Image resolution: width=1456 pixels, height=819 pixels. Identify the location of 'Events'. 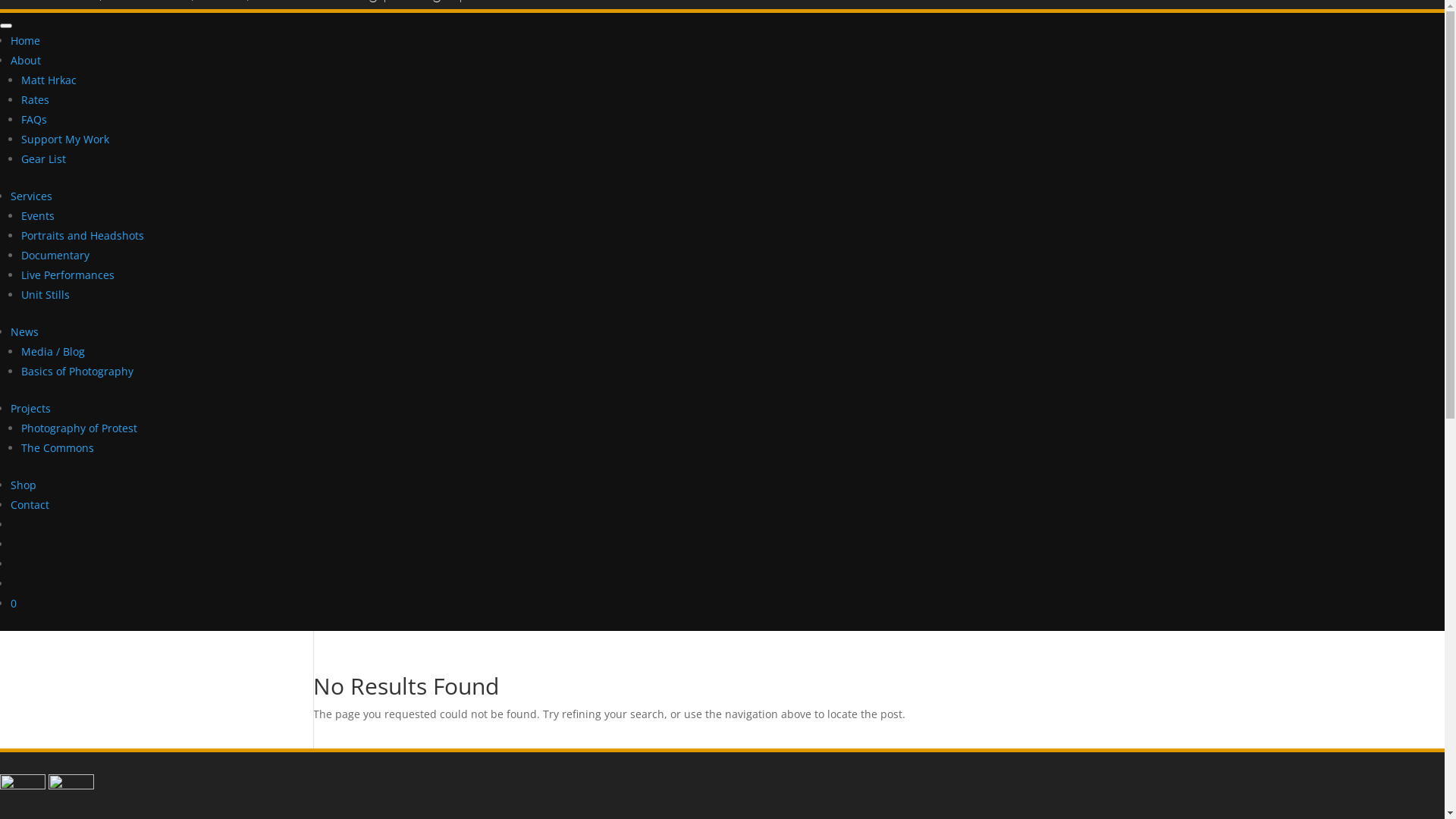
(37, 215).